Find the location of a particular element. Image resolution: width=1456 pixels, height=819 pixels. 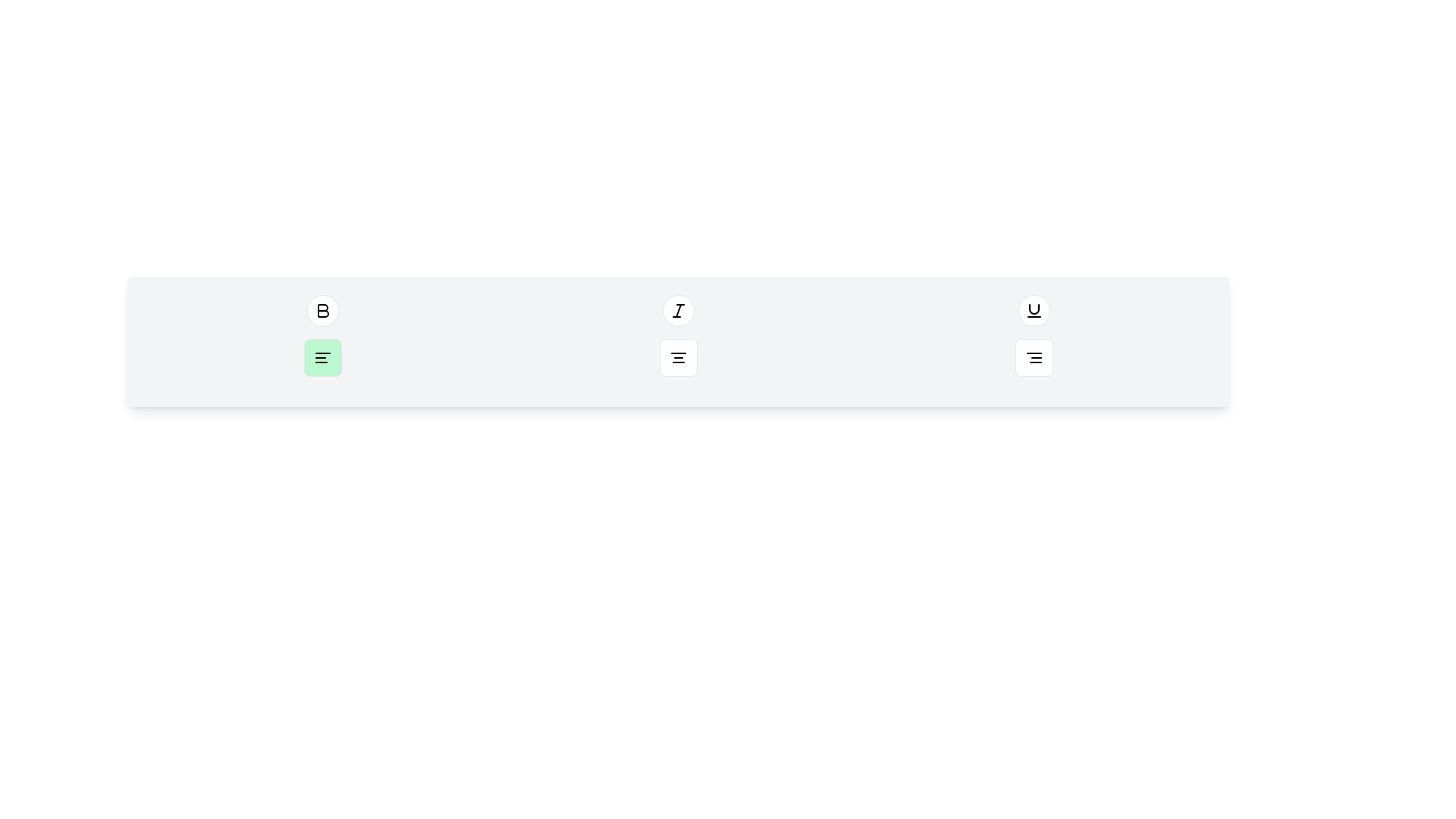

the underline icon button located at the right end of the toolbar is located at coordinates (1033, 309).